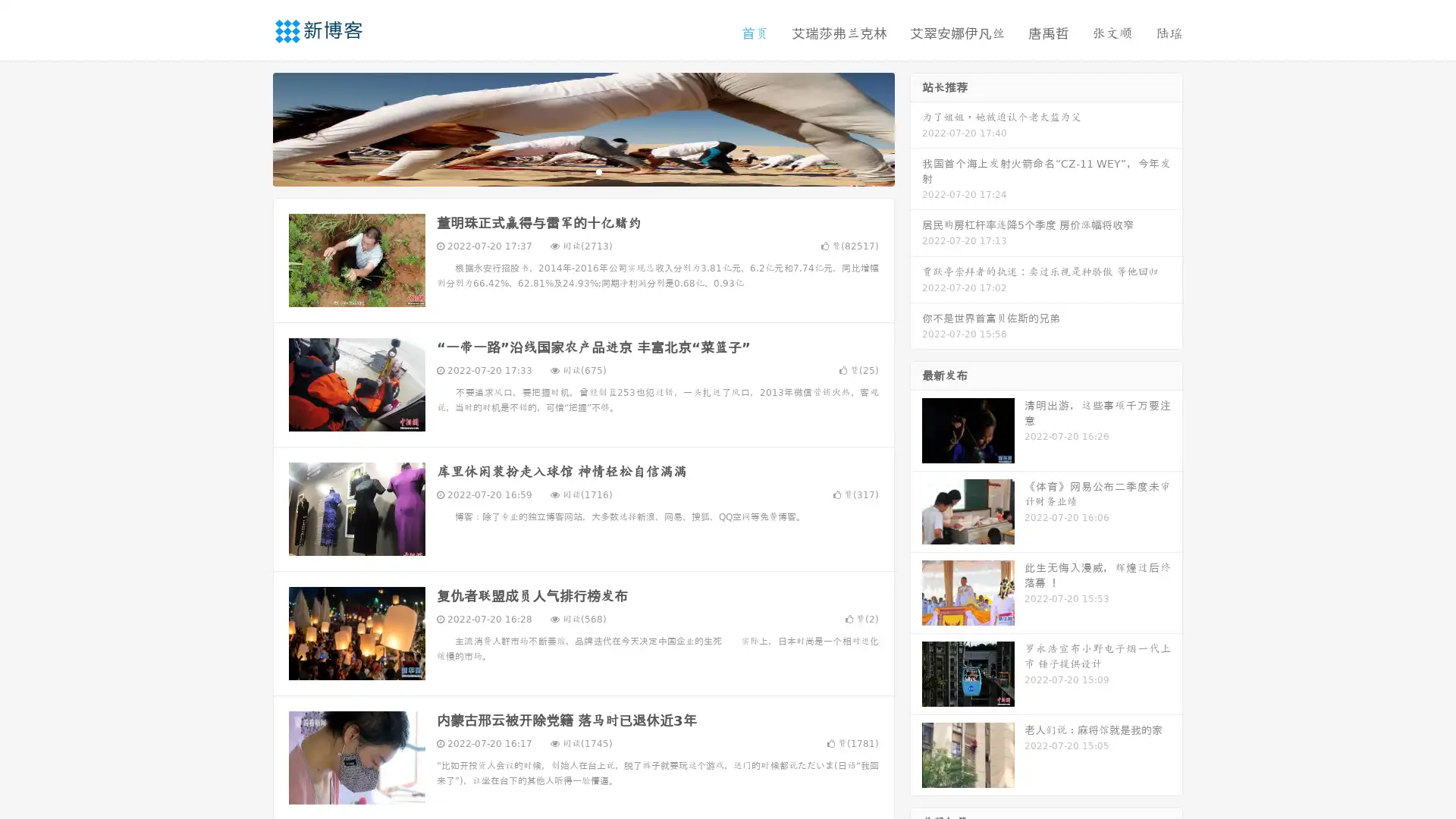  Describe the element at coordinates (598, 171) in the screenshot. I see `Go to slide 3` at that location.